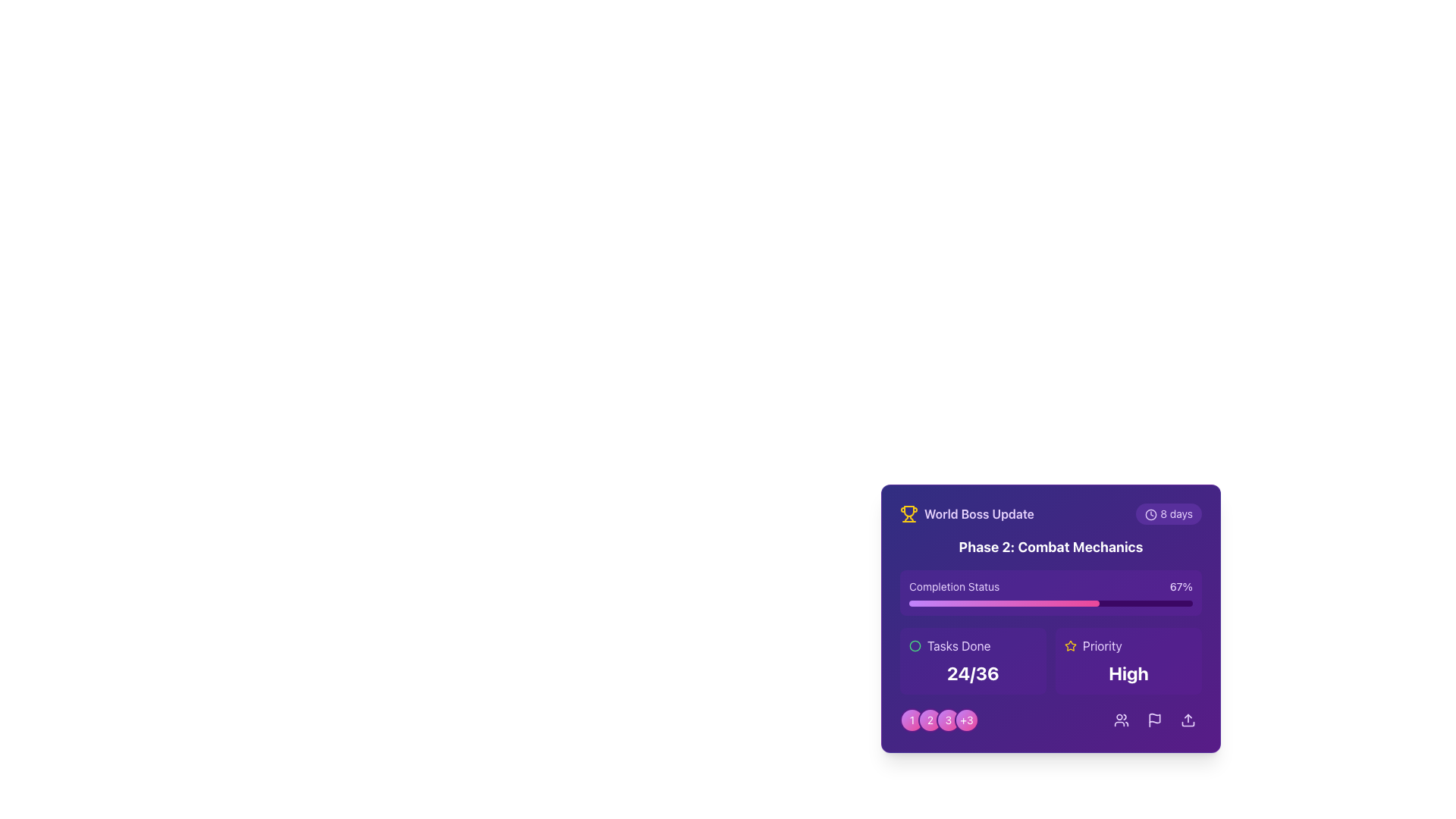 The image size is (1456, 819). I want to click on the flag icon located at the bottom right corner of the card interface, which serves as a visual indicator for marking or flagging items for attention, so click(1153, 717).